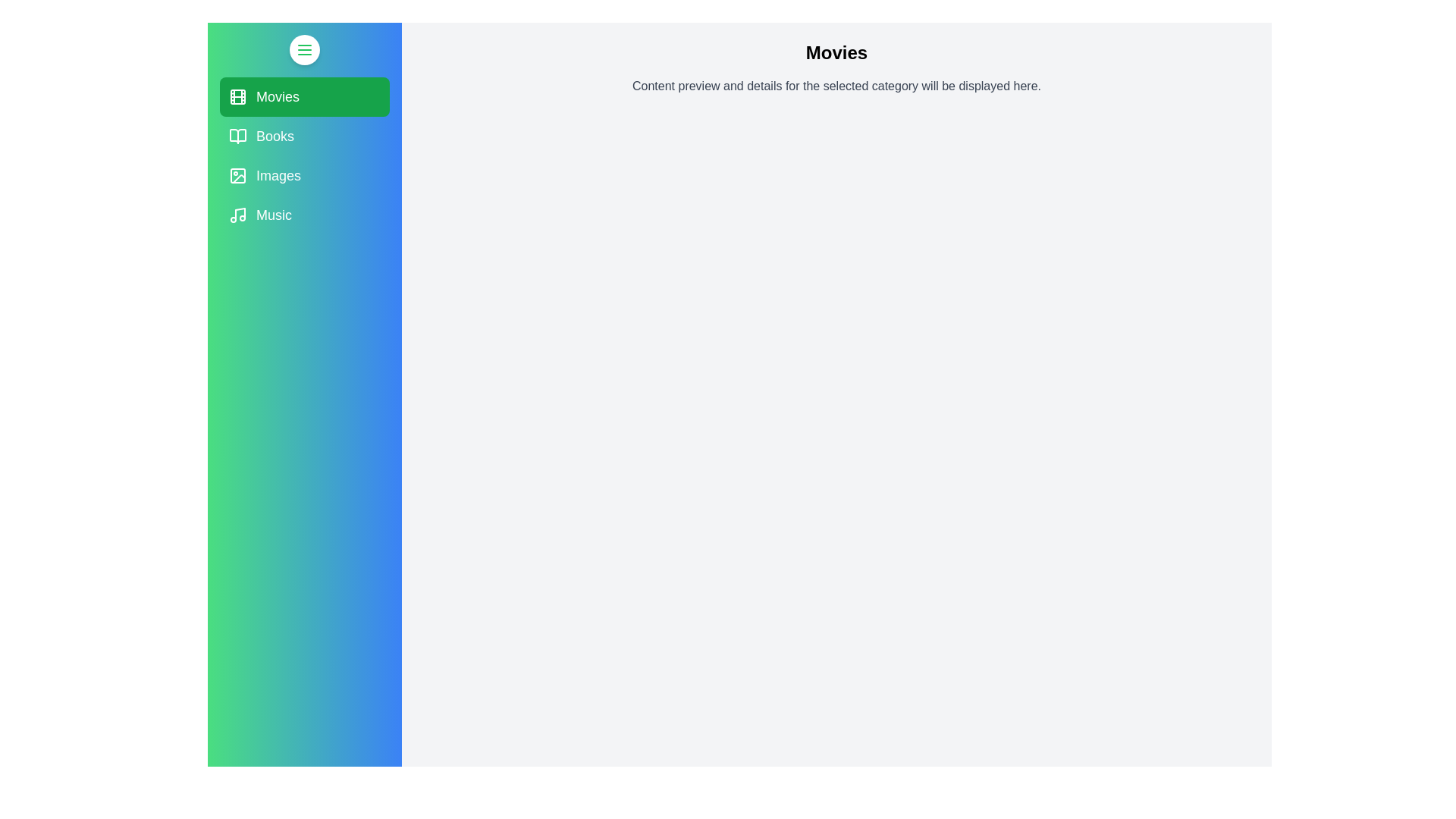 The width and height of the screenshot is (1456, 819). I want to click on the category Books to view its details, so click(304, 136).